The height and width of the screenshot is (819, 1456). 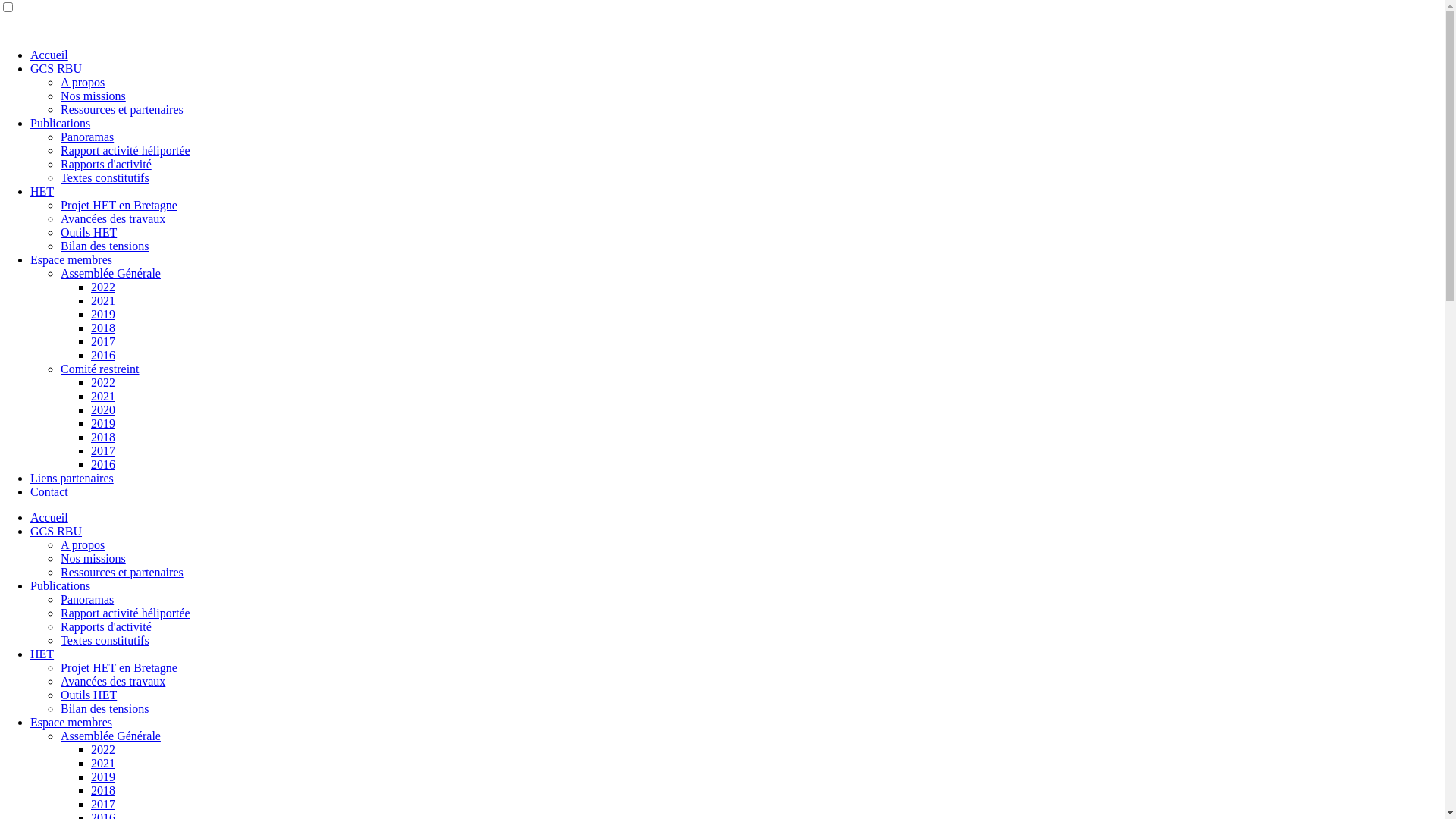 What do you see at coordinates (102, 748) in the screenshot?
I see `'2022'` at bounding box center [102, 748].